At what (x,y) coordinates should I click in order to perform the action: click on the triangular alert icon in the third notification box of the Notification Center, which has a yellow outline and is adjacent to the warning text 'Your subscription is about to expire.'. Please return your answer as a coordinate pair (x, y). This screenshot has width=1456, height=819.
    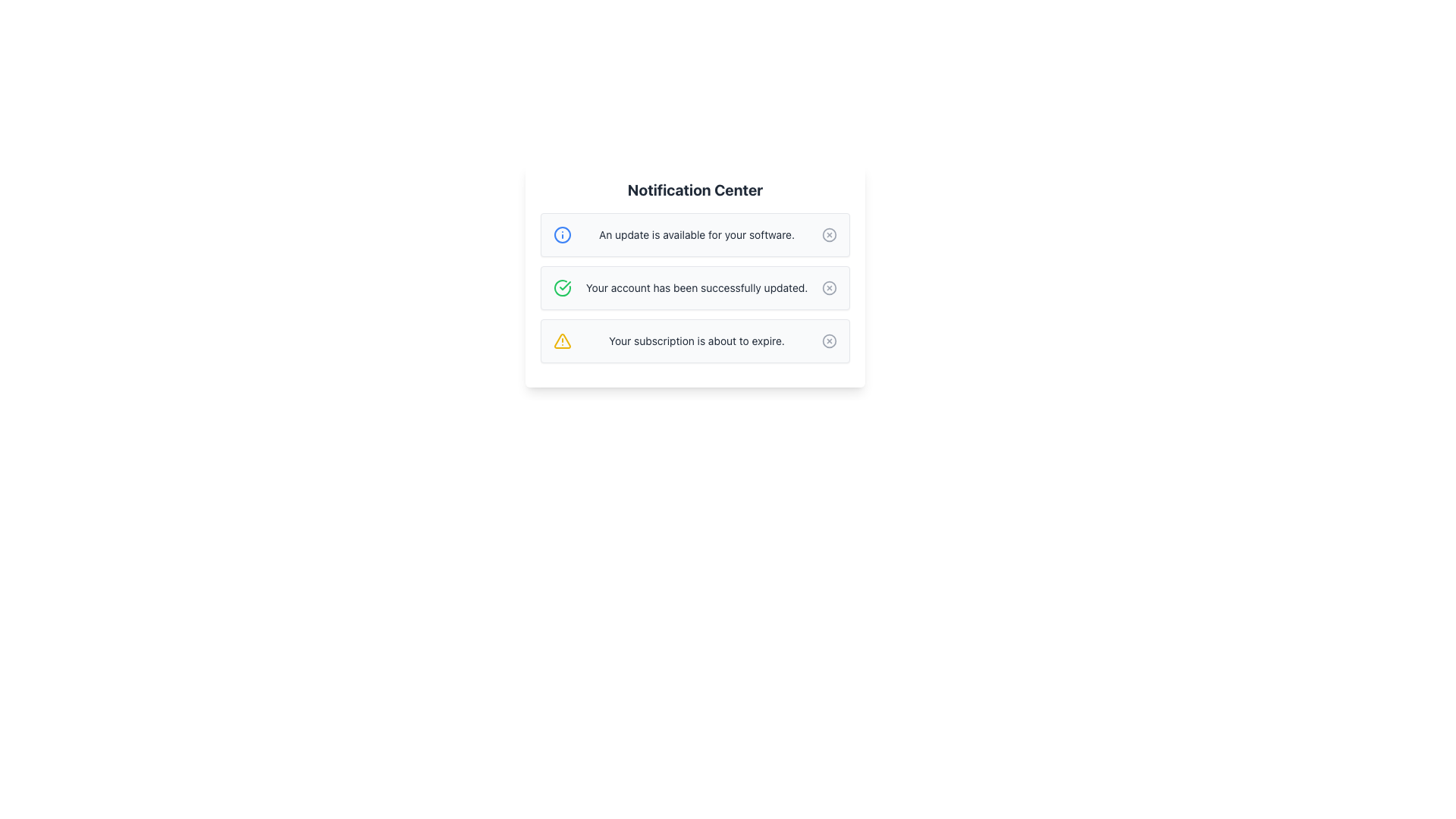
    Looking at the image, I should click on (562, 341).